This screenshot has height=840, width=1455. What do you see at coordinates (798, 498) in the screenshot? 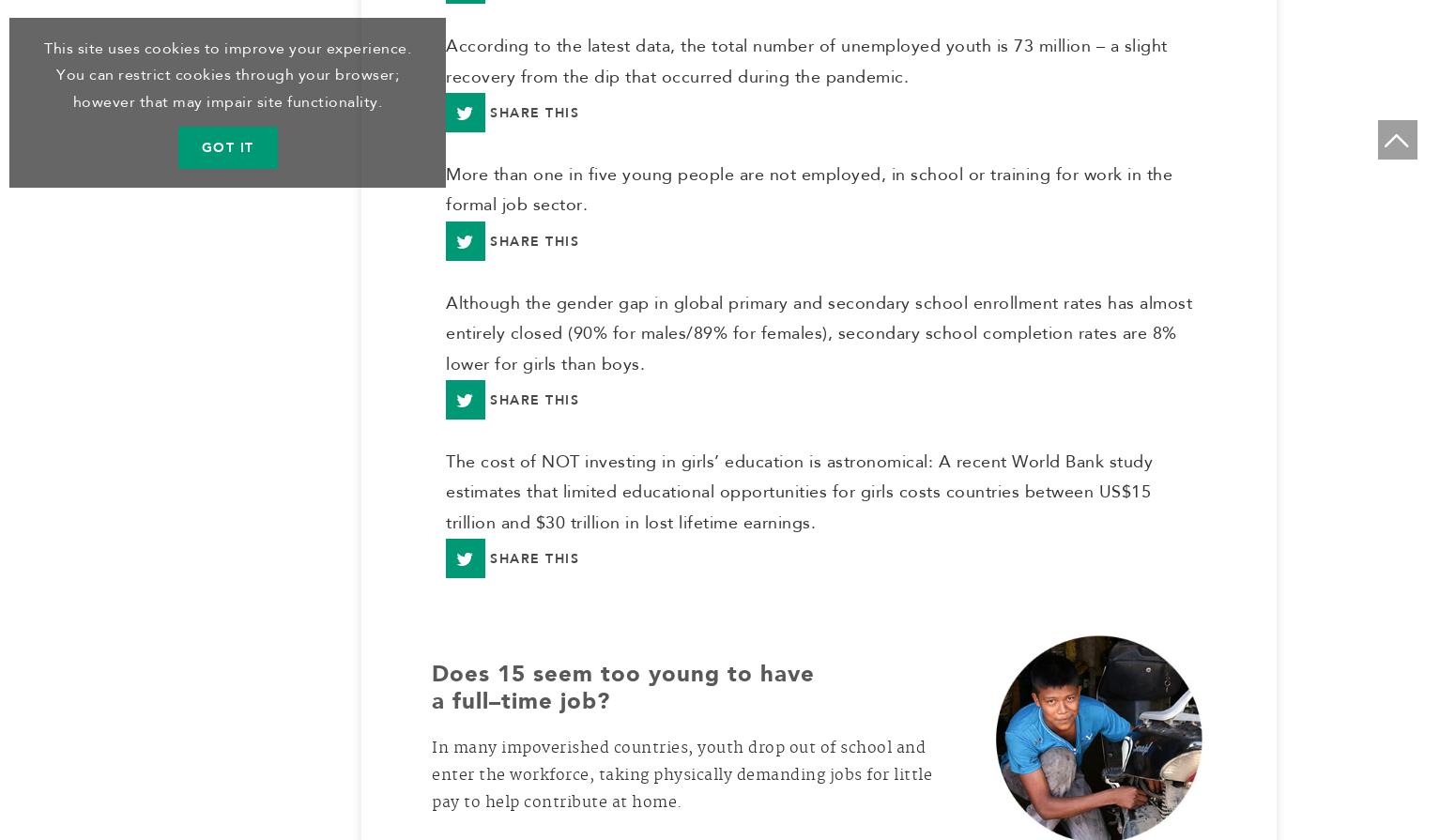
I see `'The cost of NOT investing in girls’ education is astronomical: A recent World Bank study estimates that limited educational opportunities for girls costs countries between US$15 trillion and $30 trillion in lost lifetime earnings.'` at bounding box center [798, 498].